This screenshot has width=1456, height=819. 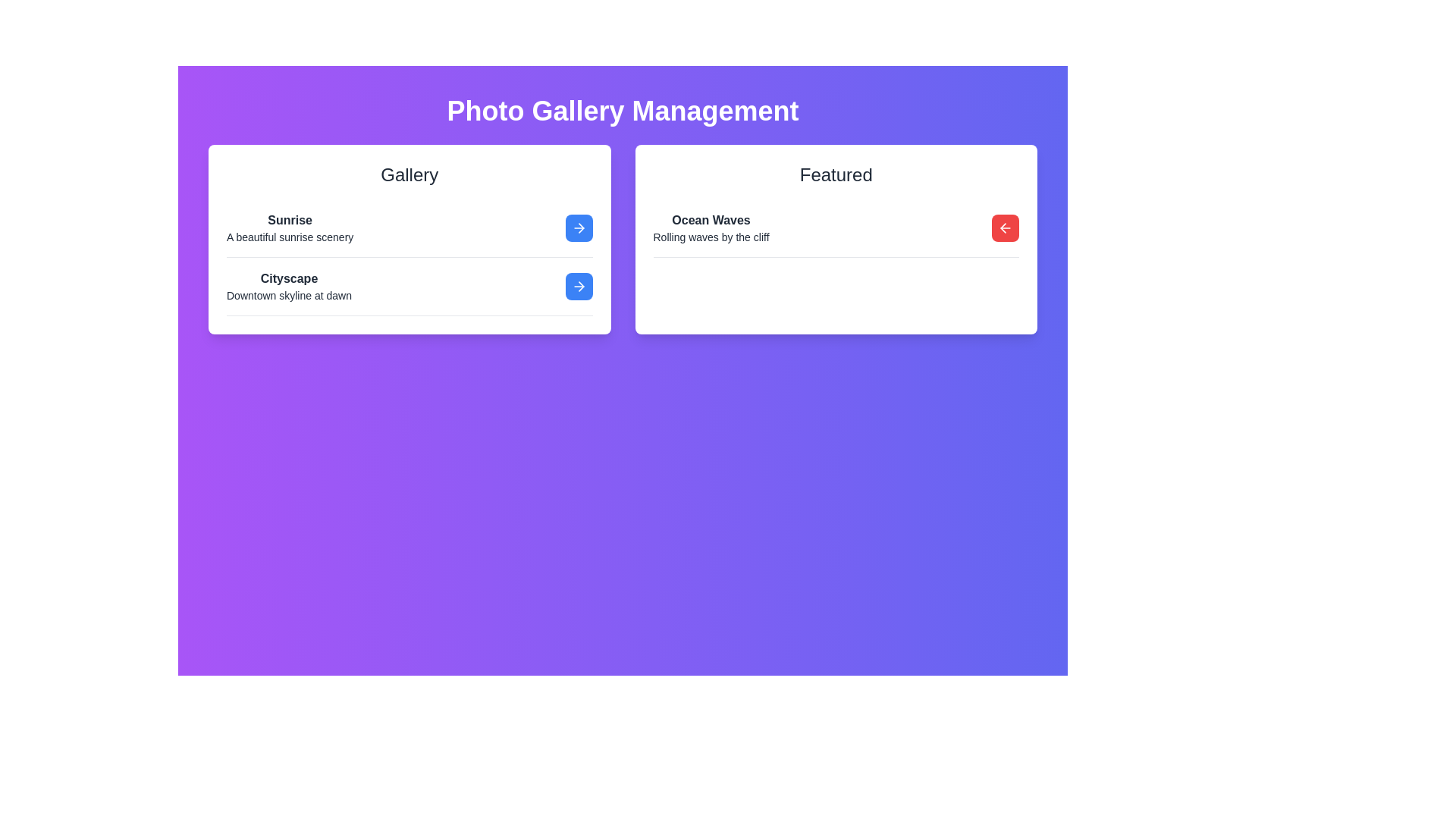 I want to click on the Icon button located in the top-right of the 'Featured' card, positioned to the right of the 'Ocean Waves' title and description, so click(x=1005, y=227).